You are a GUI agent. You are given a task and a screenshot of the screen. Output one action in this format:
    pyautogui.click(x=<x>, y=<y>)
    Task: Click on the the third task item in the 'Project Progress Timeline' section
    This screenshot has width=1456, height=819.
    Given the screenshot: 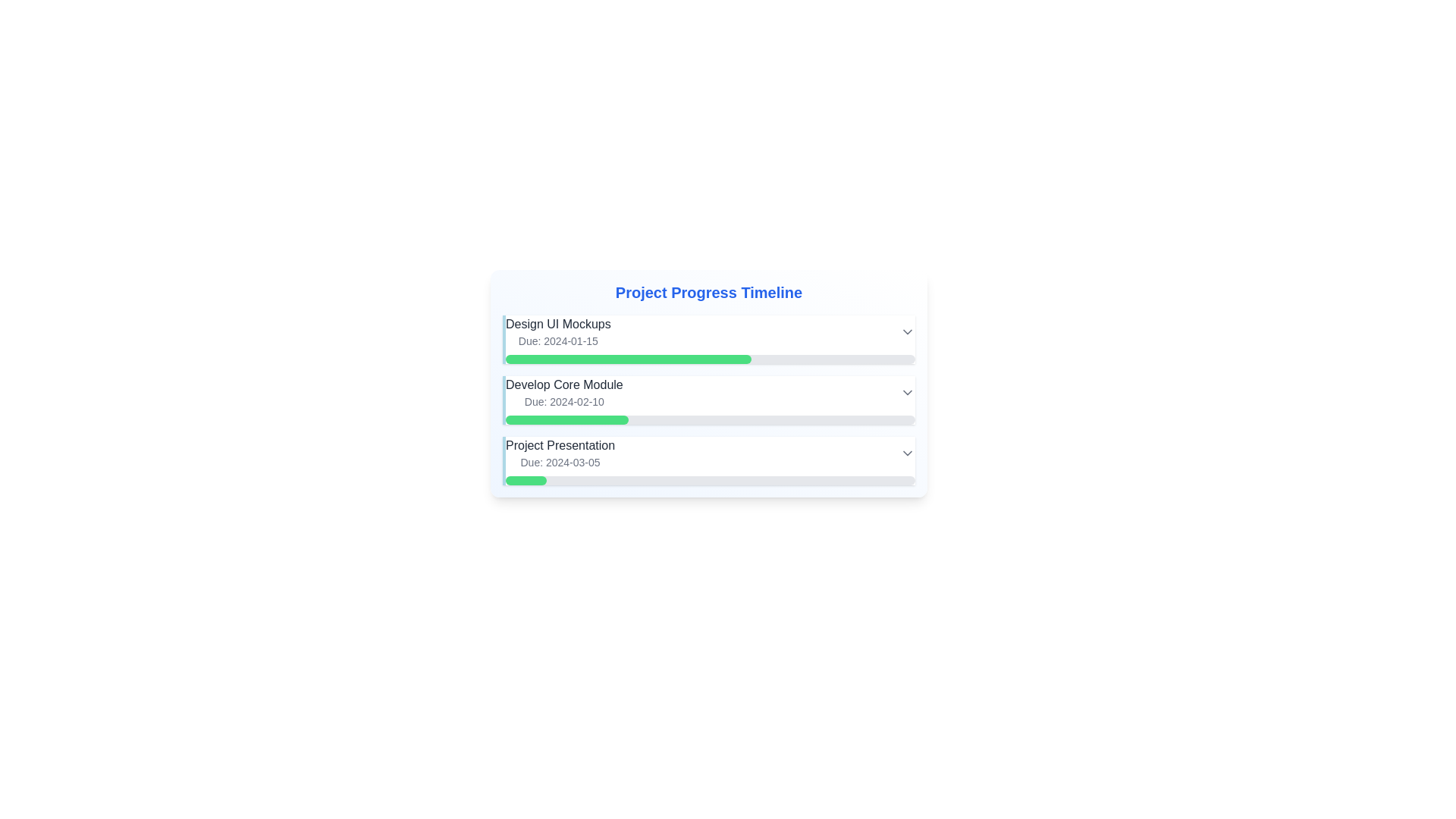 What is the action you would take?
    pyautogui.click(x=709, y=452)
    